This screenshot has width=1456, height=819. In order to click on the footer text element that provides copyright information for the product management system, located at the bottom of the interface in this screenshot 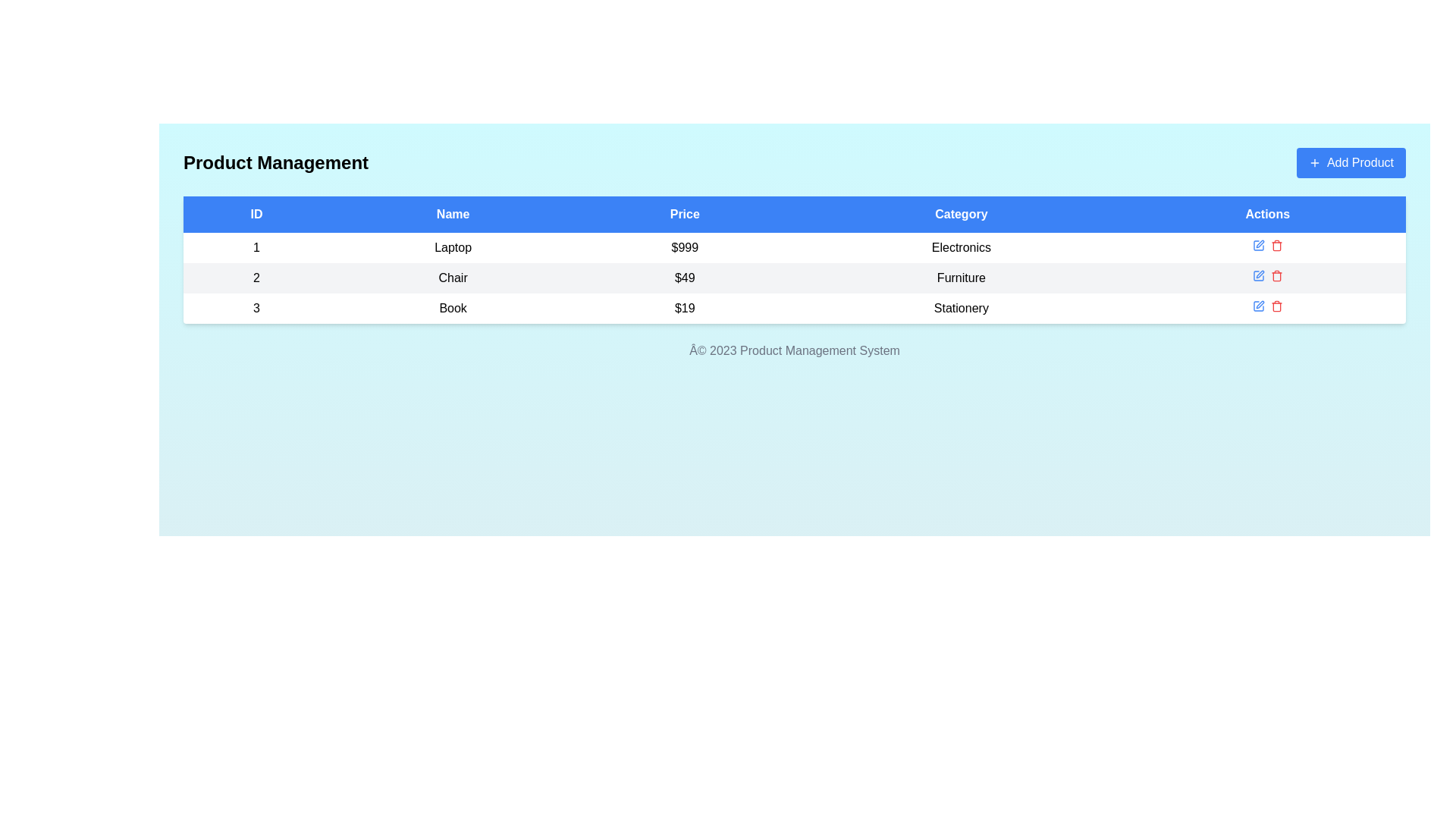, I will do `click(793, 350)`.